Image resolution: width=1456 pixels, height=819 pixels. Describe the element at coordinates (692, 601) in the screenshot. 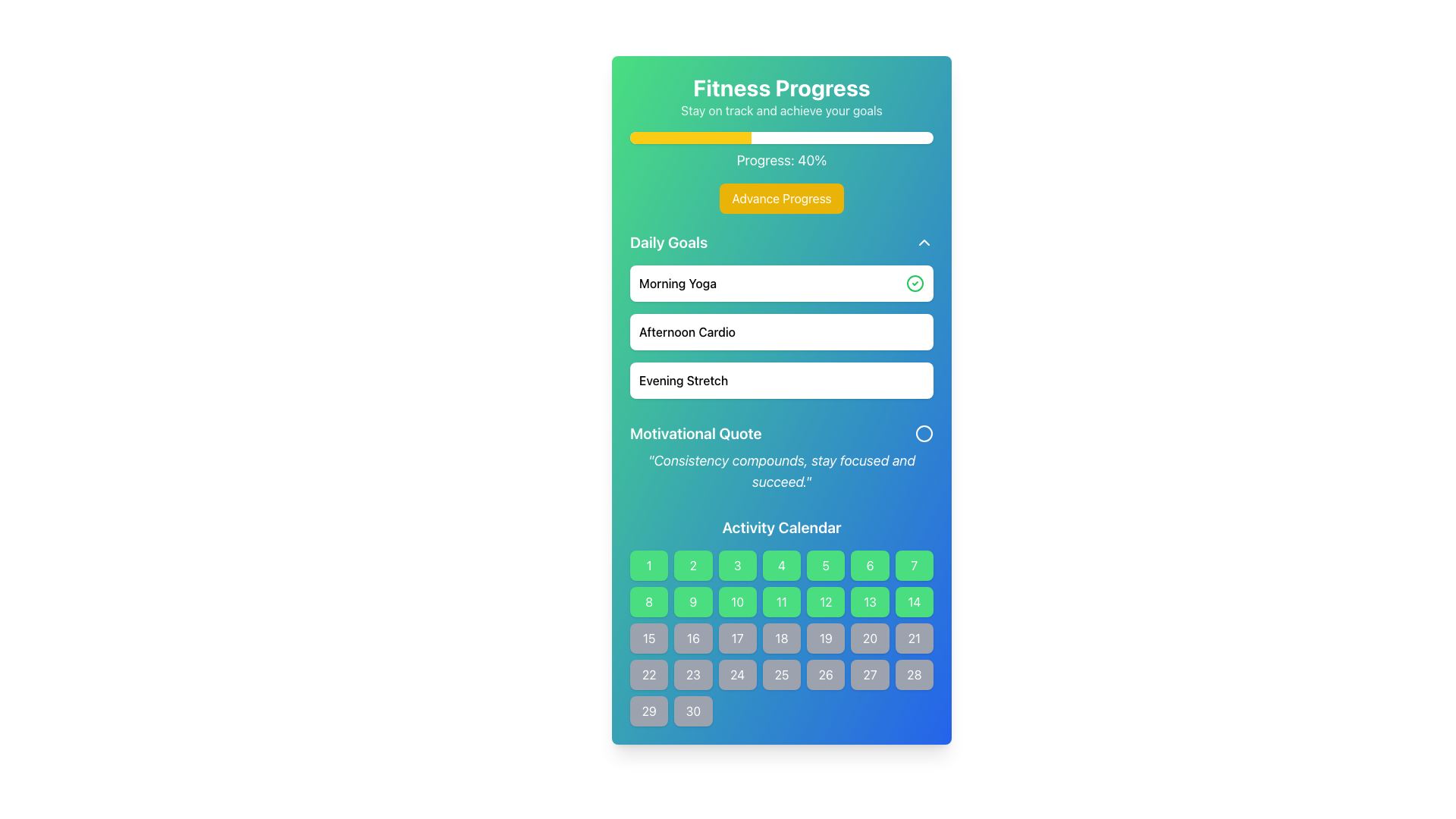

I see `the date selector button located in the second row and third column of the calendar interface` at that location.